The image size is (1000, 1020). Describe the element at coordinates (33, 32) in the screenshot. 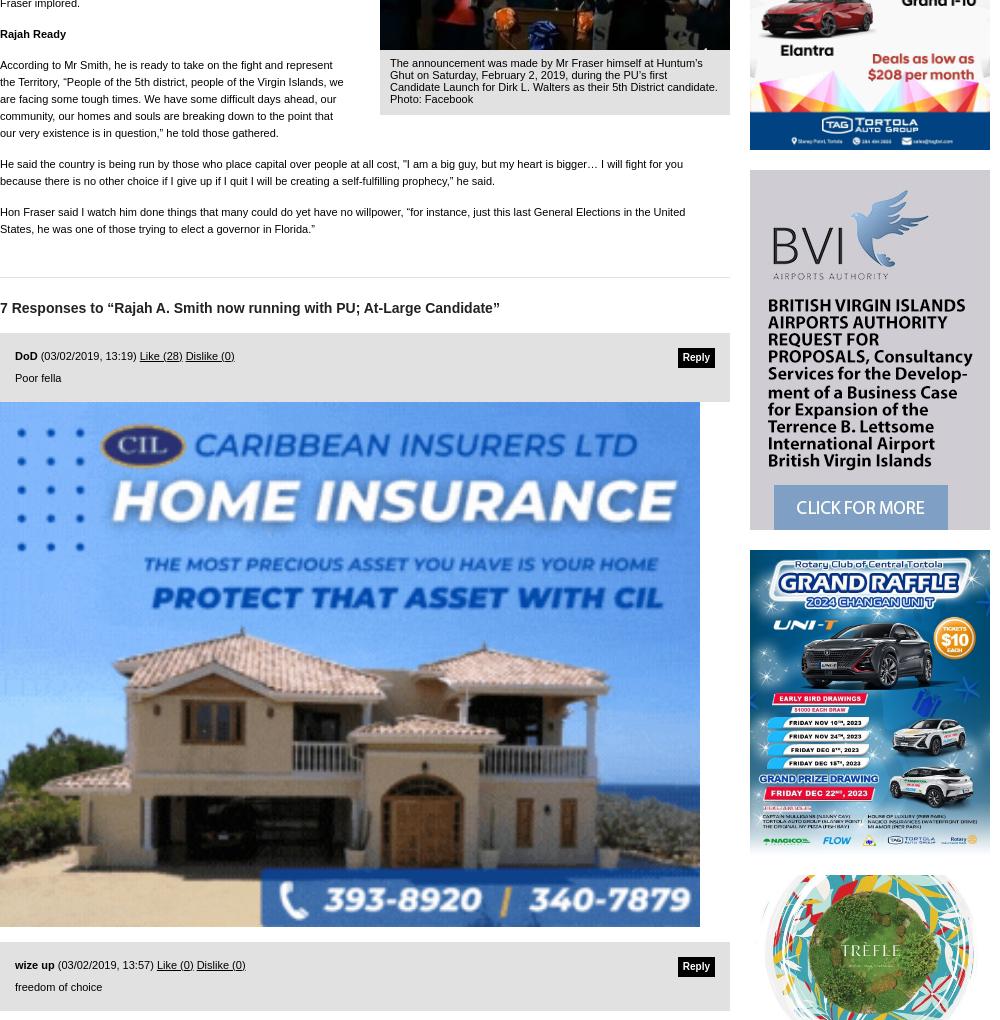

I see `'Rajah Ready'` at that location.